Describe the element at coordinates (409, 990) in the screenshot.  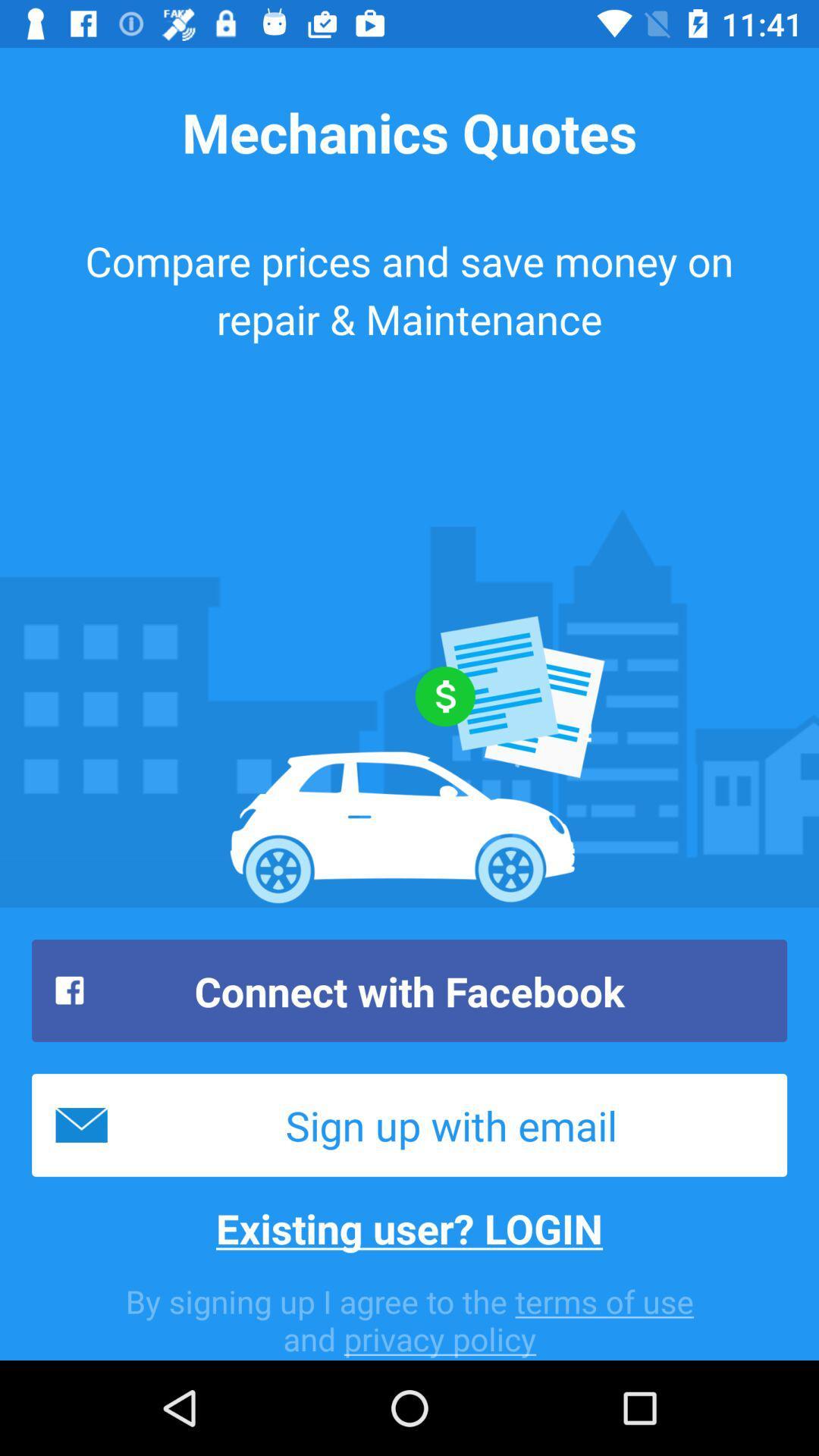
I see `icon above the sign up with icon` at that location.